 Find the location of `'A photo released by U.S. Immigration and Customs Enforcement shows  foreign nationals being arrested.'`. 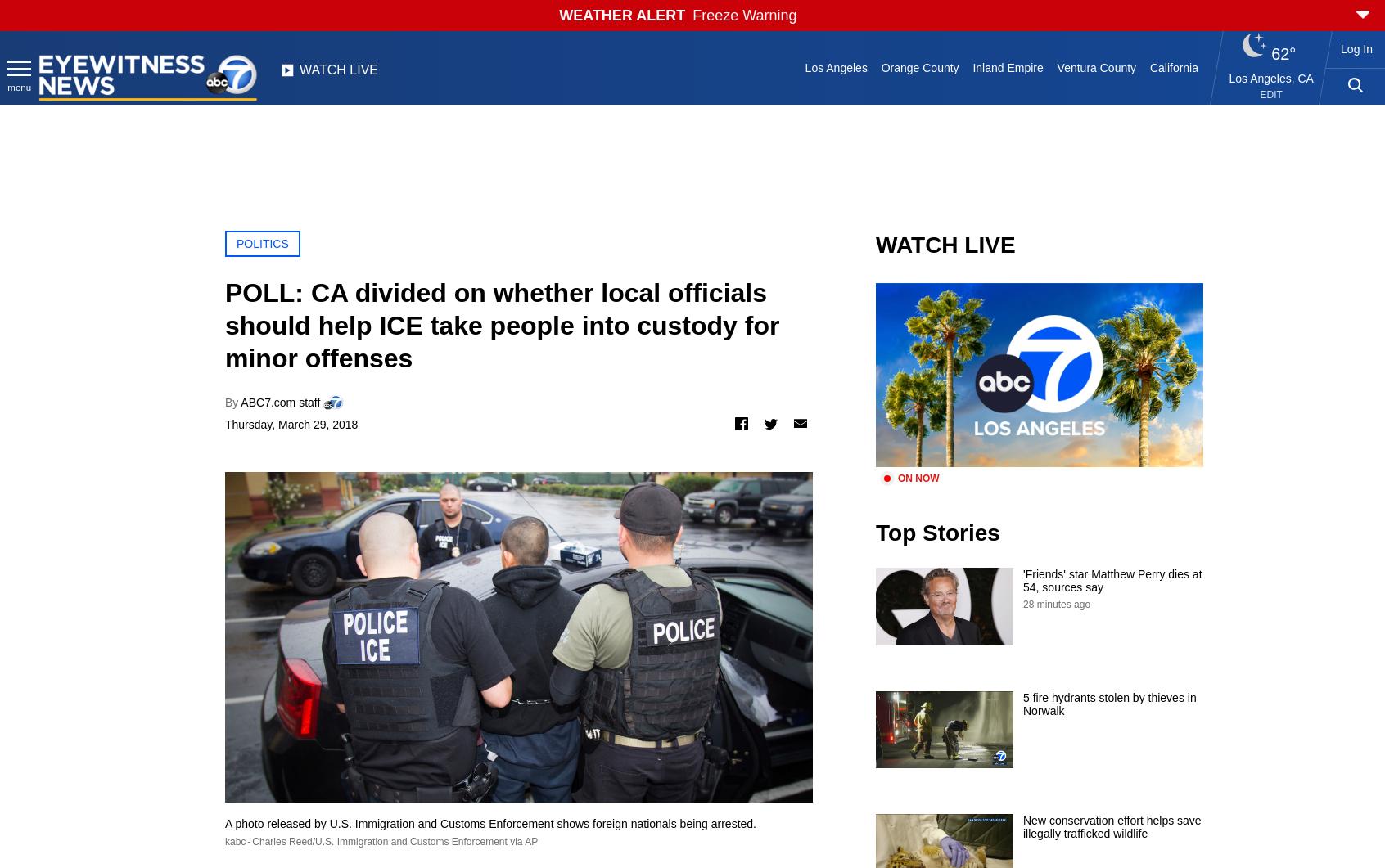

'A photo released by U.S. Immigration and Customs Enforcement shows  foreign nationals being arrested.' is located at coordinates (489, 822).